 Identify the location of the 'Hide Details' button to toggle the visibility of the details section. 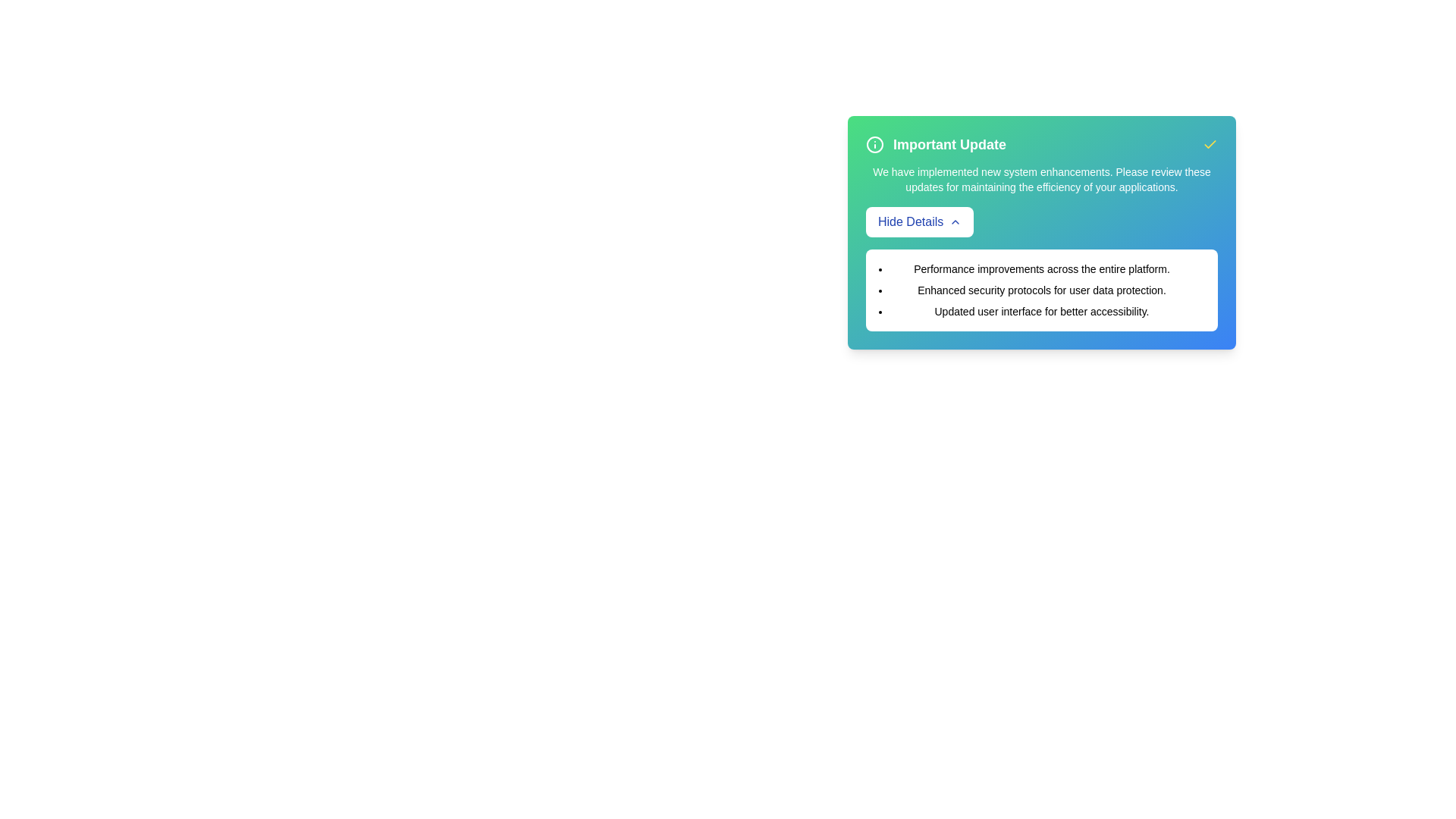
(919, 222).